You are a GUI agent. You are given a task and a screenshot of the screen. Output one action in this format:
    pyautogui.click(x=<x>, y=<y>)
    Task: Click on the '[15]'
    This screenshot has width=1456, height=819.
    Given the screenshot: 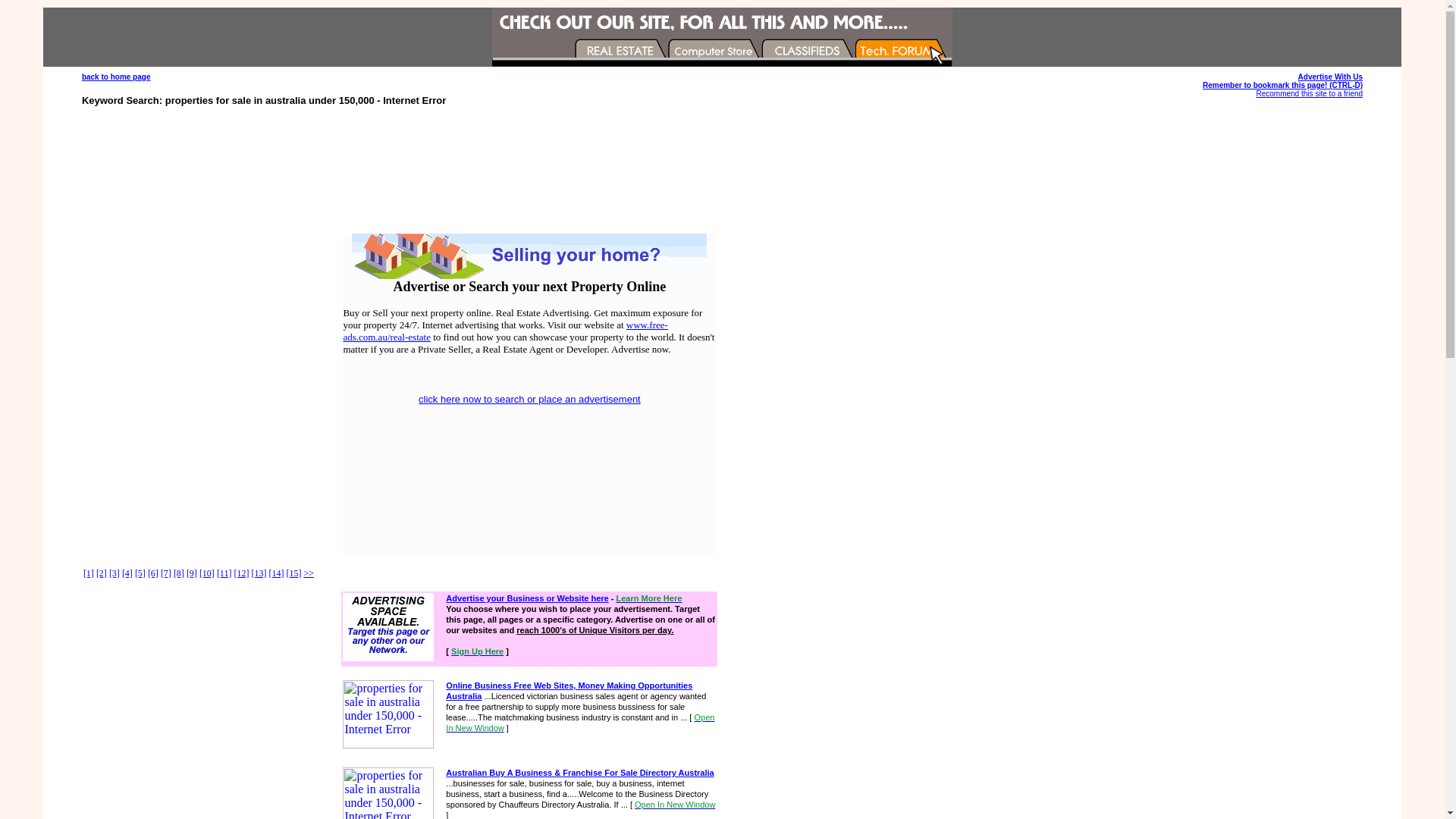 What is the action you would take?
    pyautogui.click(x=286, y=573)
    